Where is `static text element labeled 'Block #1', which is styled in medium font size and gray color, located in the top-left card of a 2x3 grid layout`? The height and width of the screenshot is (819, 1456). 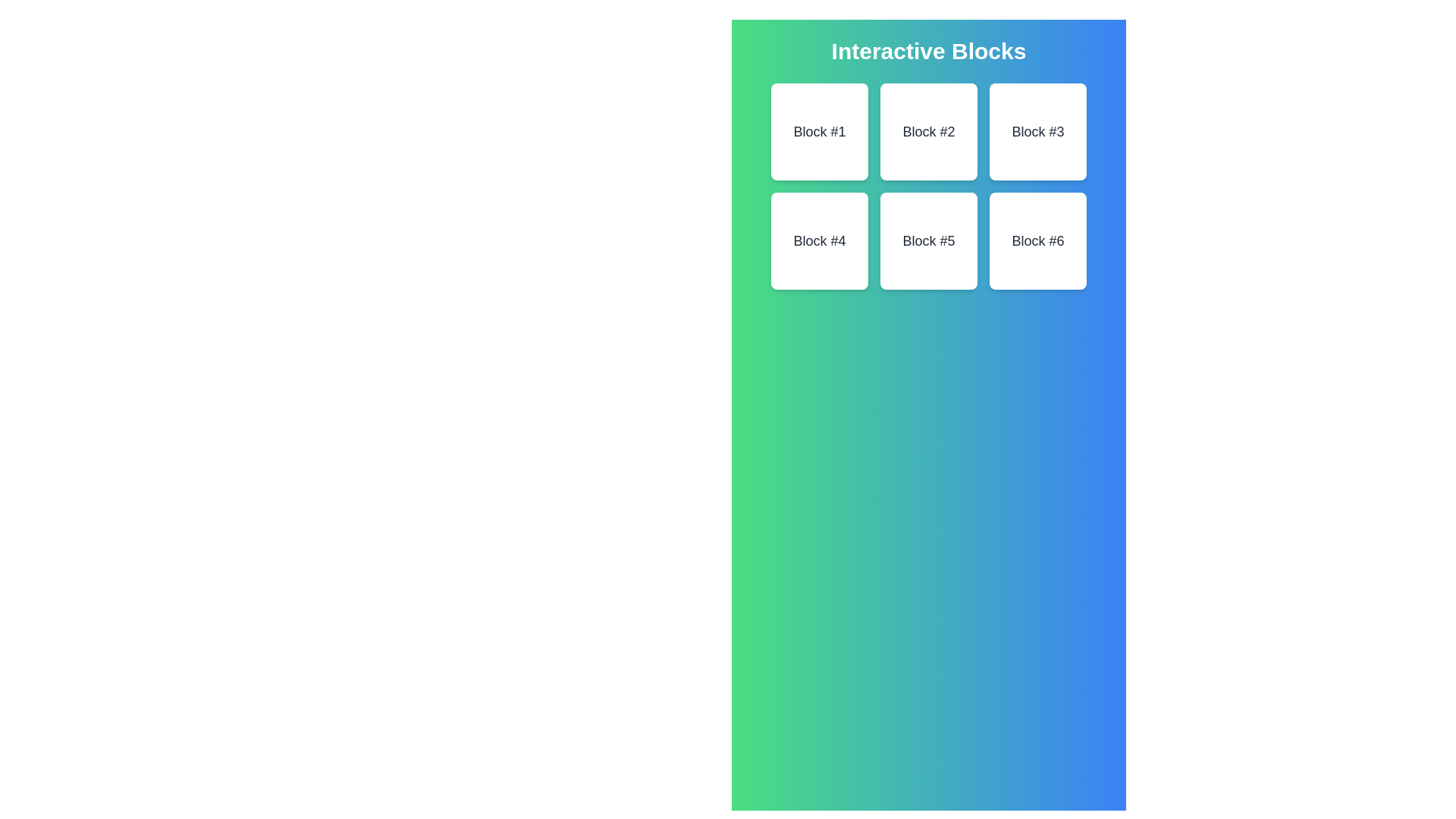
static text element labeled 'Block #1', which is styled in medium font size and gray color, located in the top-left card of a 2x3 grid layout is located at coordinates (818, 130).